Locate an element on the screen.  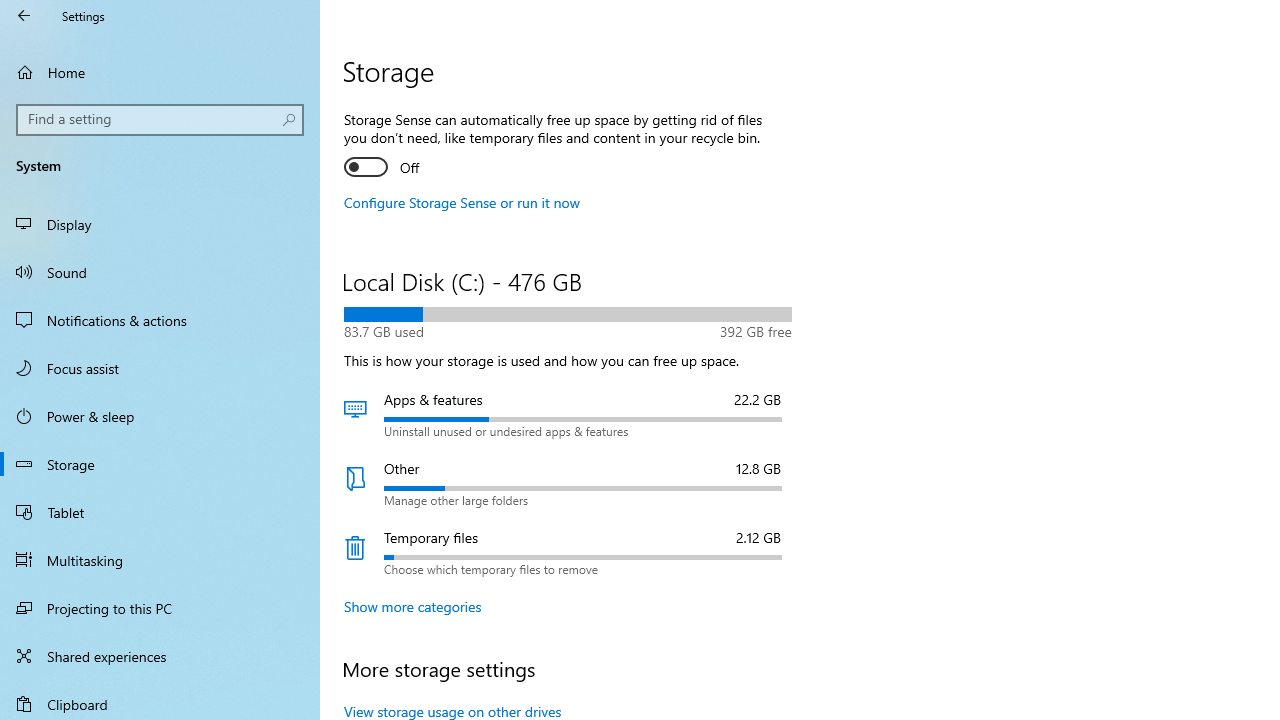
'Back' is located at coordinates (24, 15).